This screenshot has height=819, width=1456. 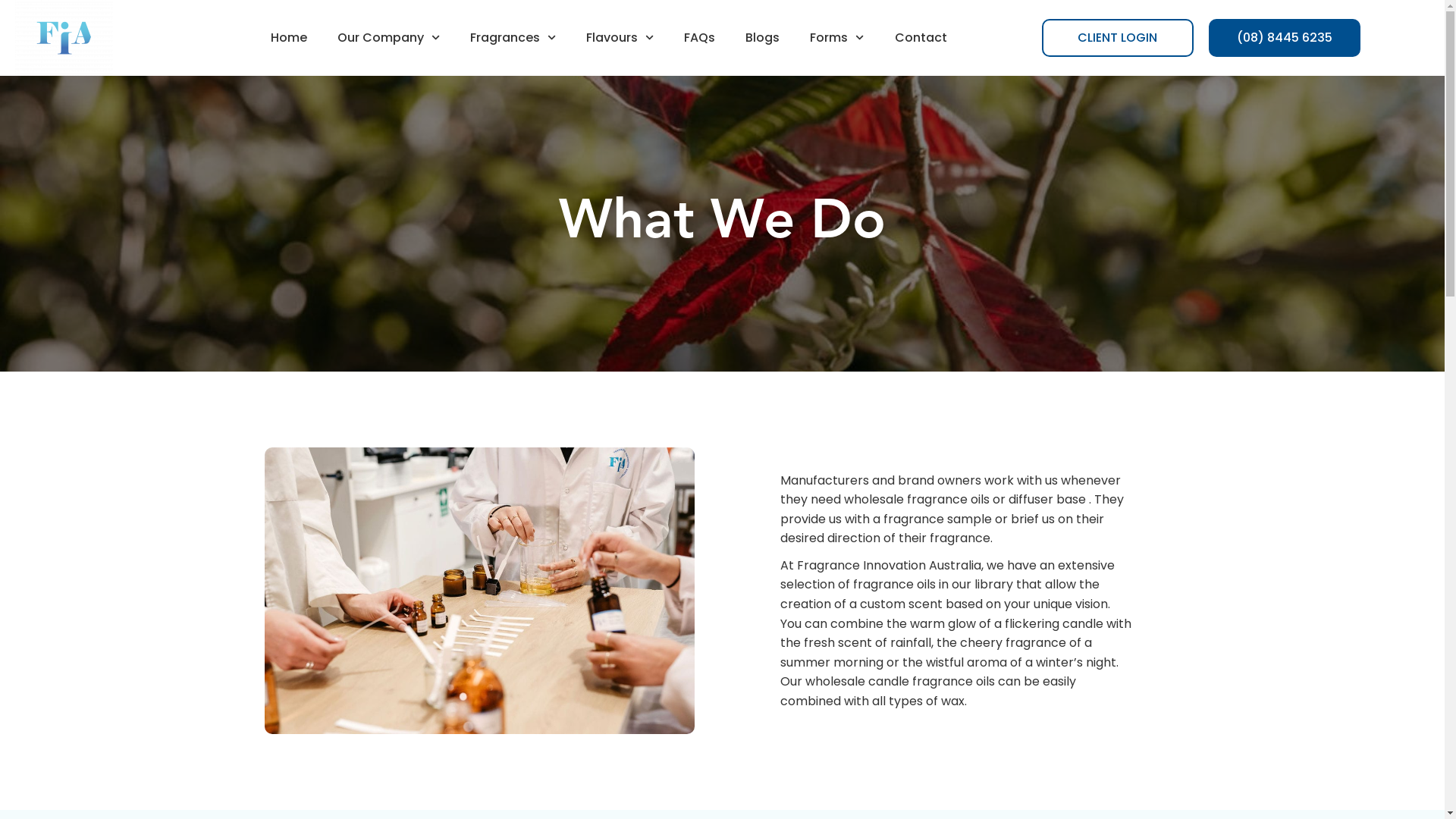 I want to click on 'FAQs', so click(x=698, y=37).